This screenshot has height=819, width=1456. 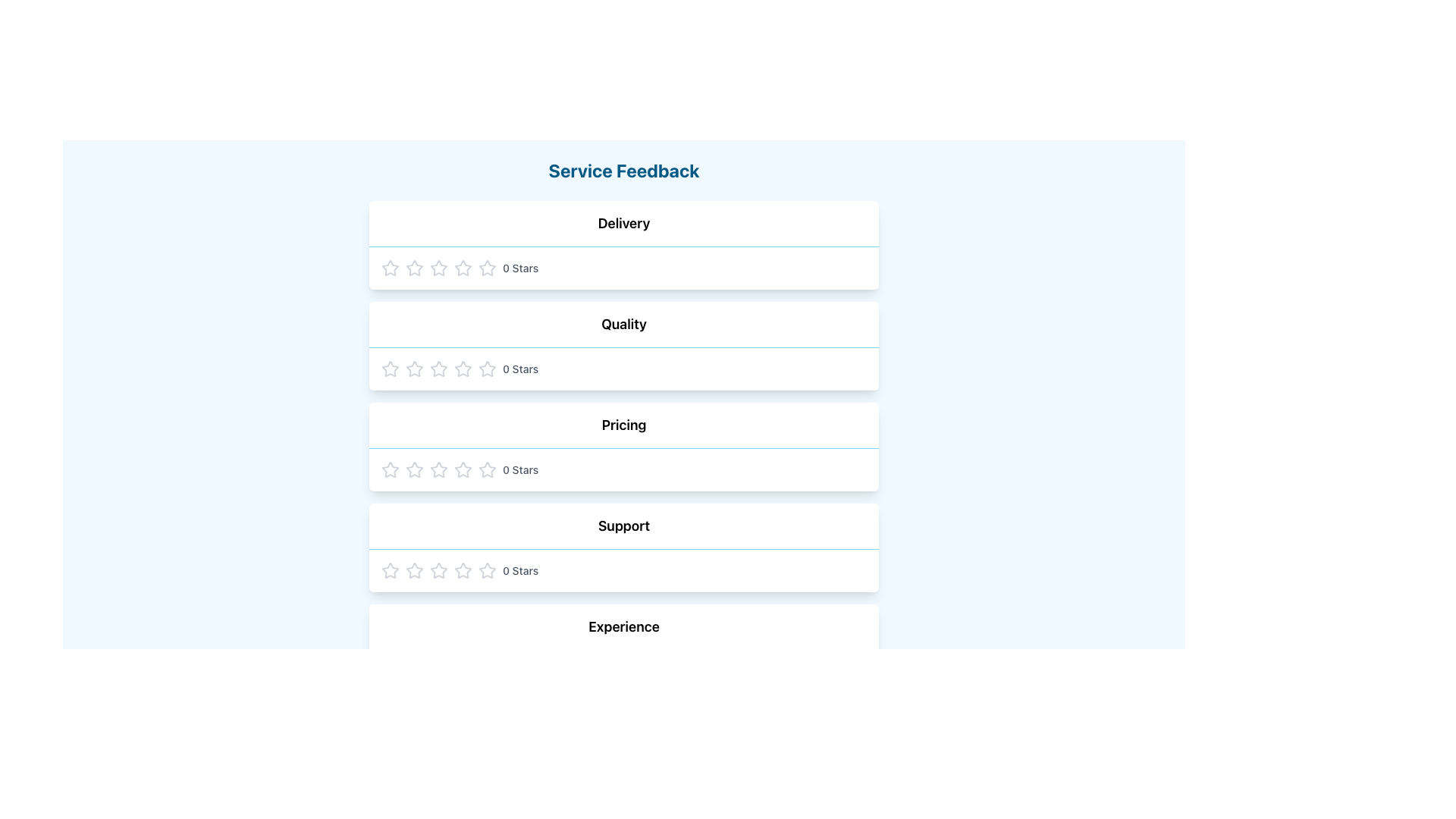 What do you see at coordinates (390, 570) in the screenshot?
I see `the first star-shaped icon in the rating system of the 'Support' feedback block` at bounding box center [390, 570].